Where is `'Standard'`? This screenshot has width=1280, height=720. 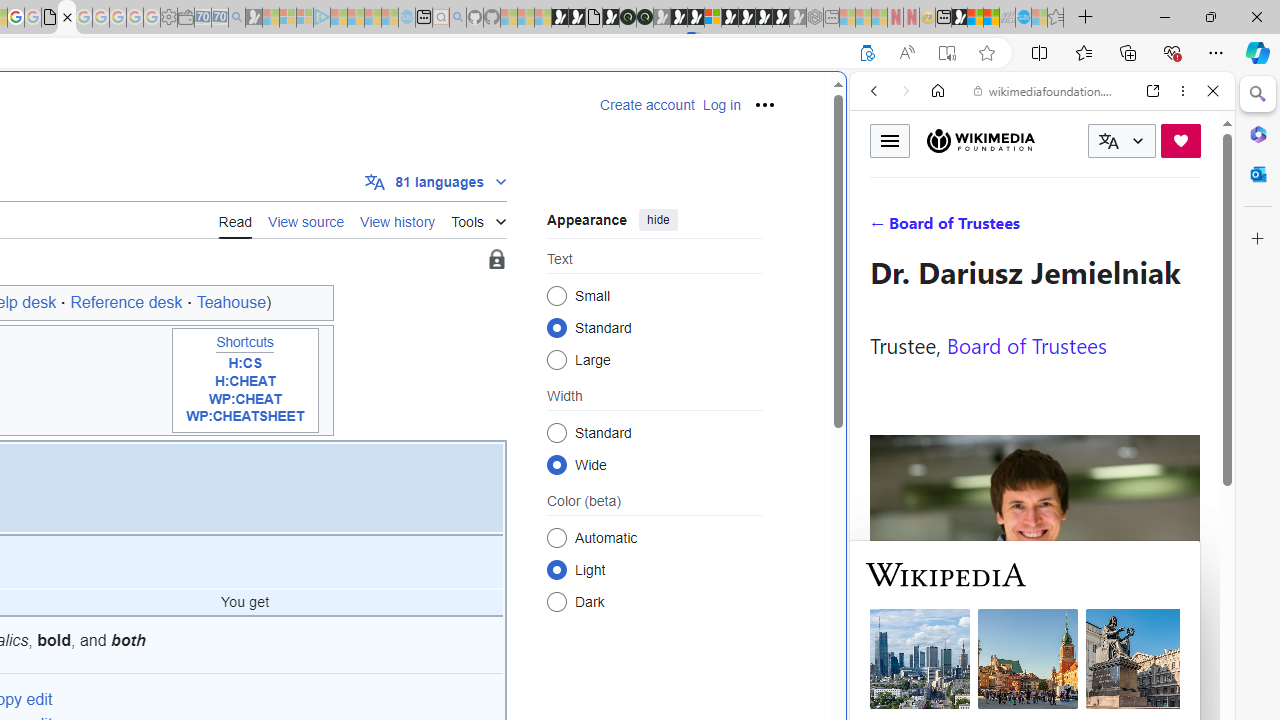
'Standard' is located at coordinates (556, 431).